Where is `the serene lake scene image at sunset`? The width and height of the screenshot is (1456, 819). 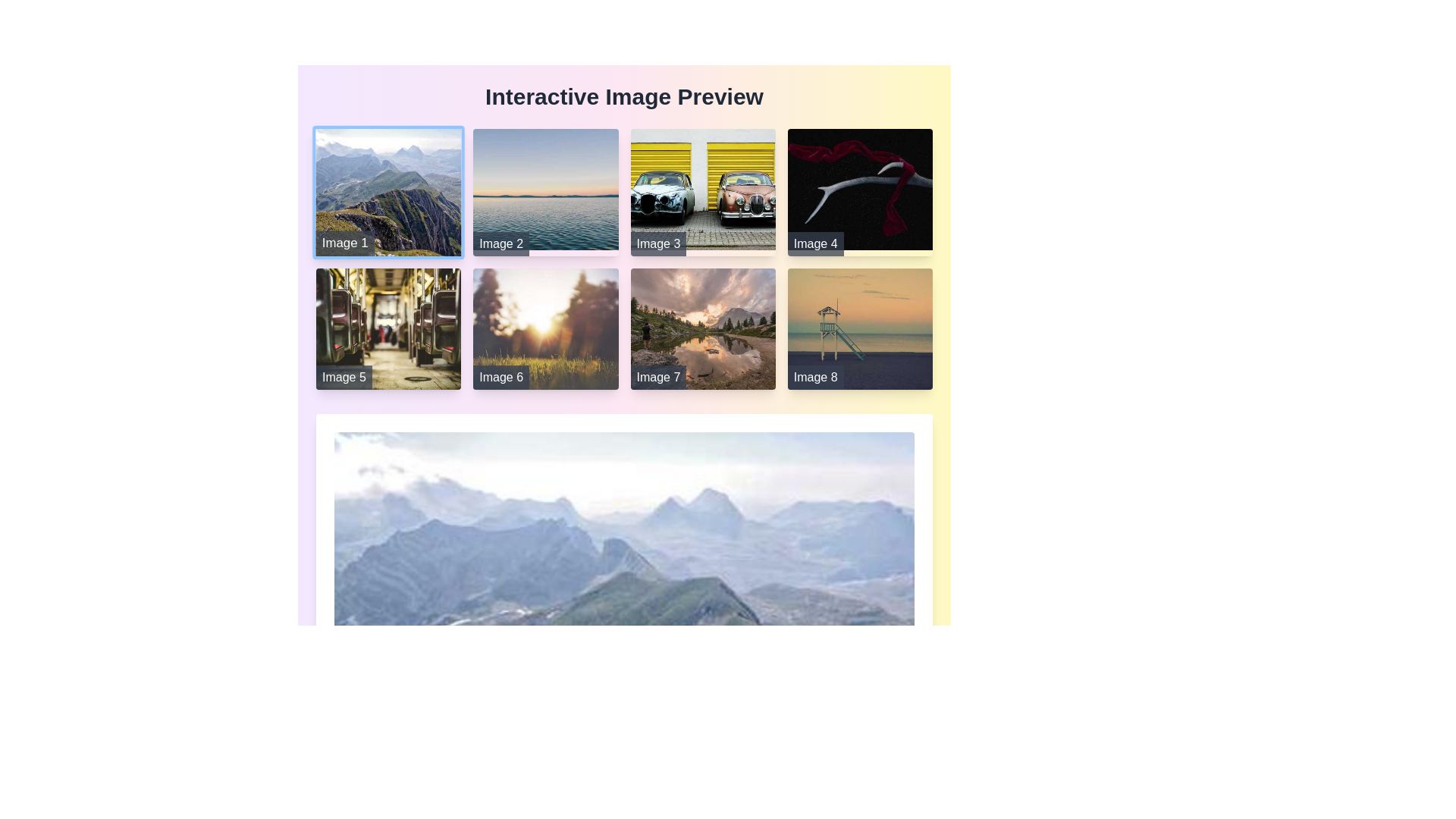 the serene lake scene image at sunset is located at coordinates (545, 189).